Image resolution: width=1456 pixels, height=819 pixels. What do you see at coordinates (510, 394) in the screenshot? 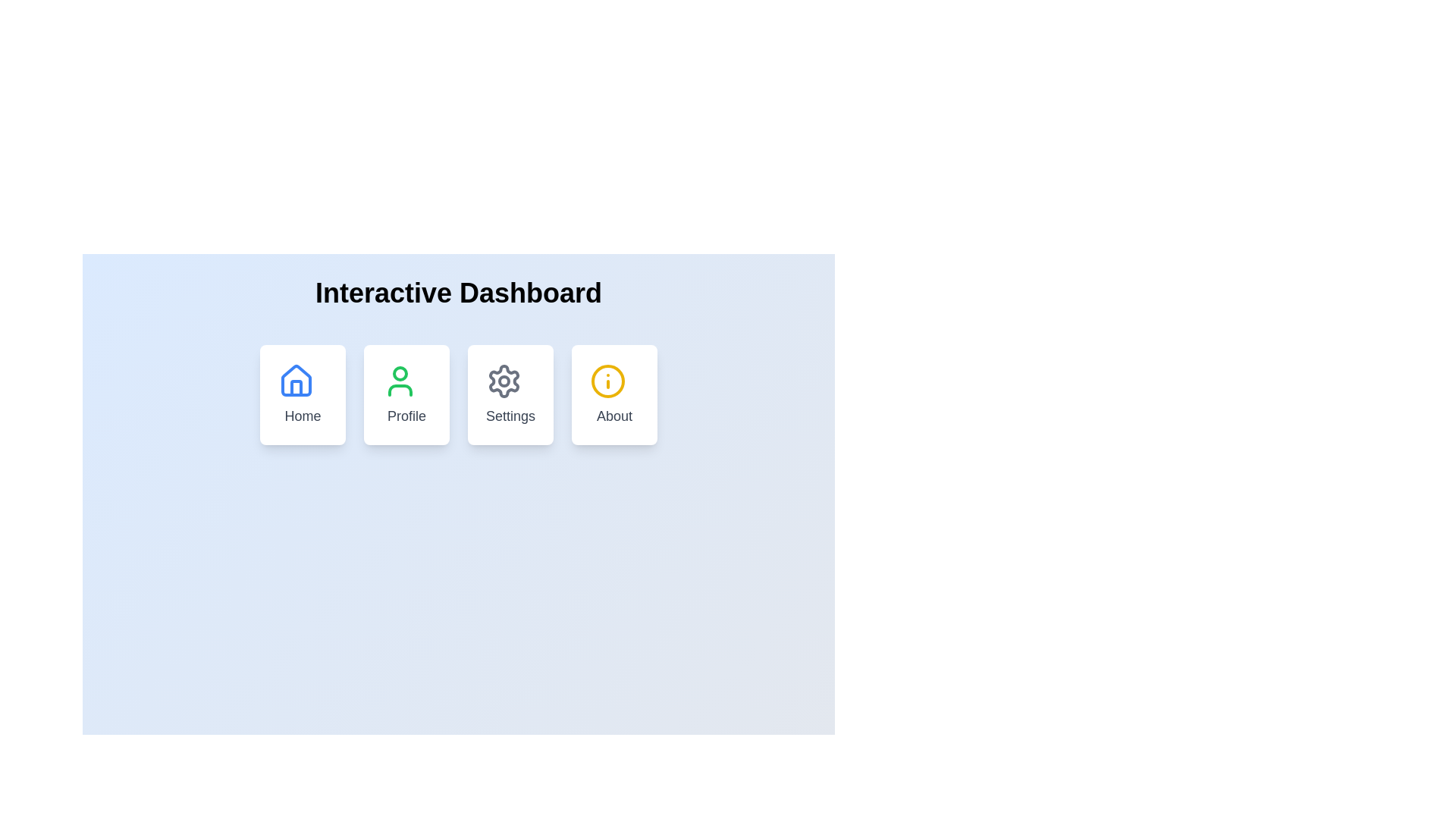
I see `the 'Settings' navigation card, which is the third card in a row of four, positioned between the 'Profile' card on the left and the 'About' card on the right` at bounding box center [510, 394].